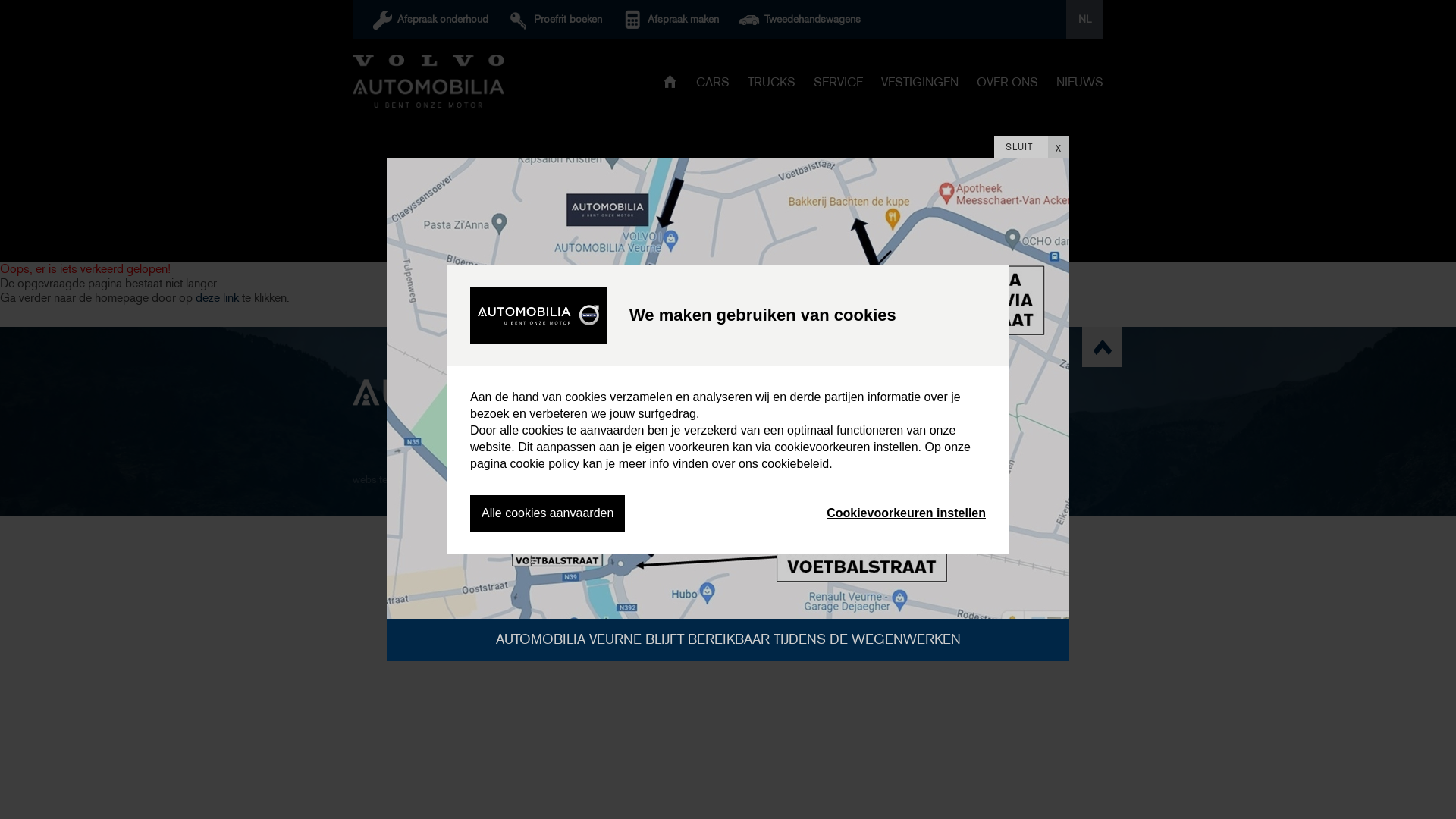 The image size is (1456, 819). Describe the element at coordinates (432, 479) in the screenshot. I see `'digicreate.be'` at that location.